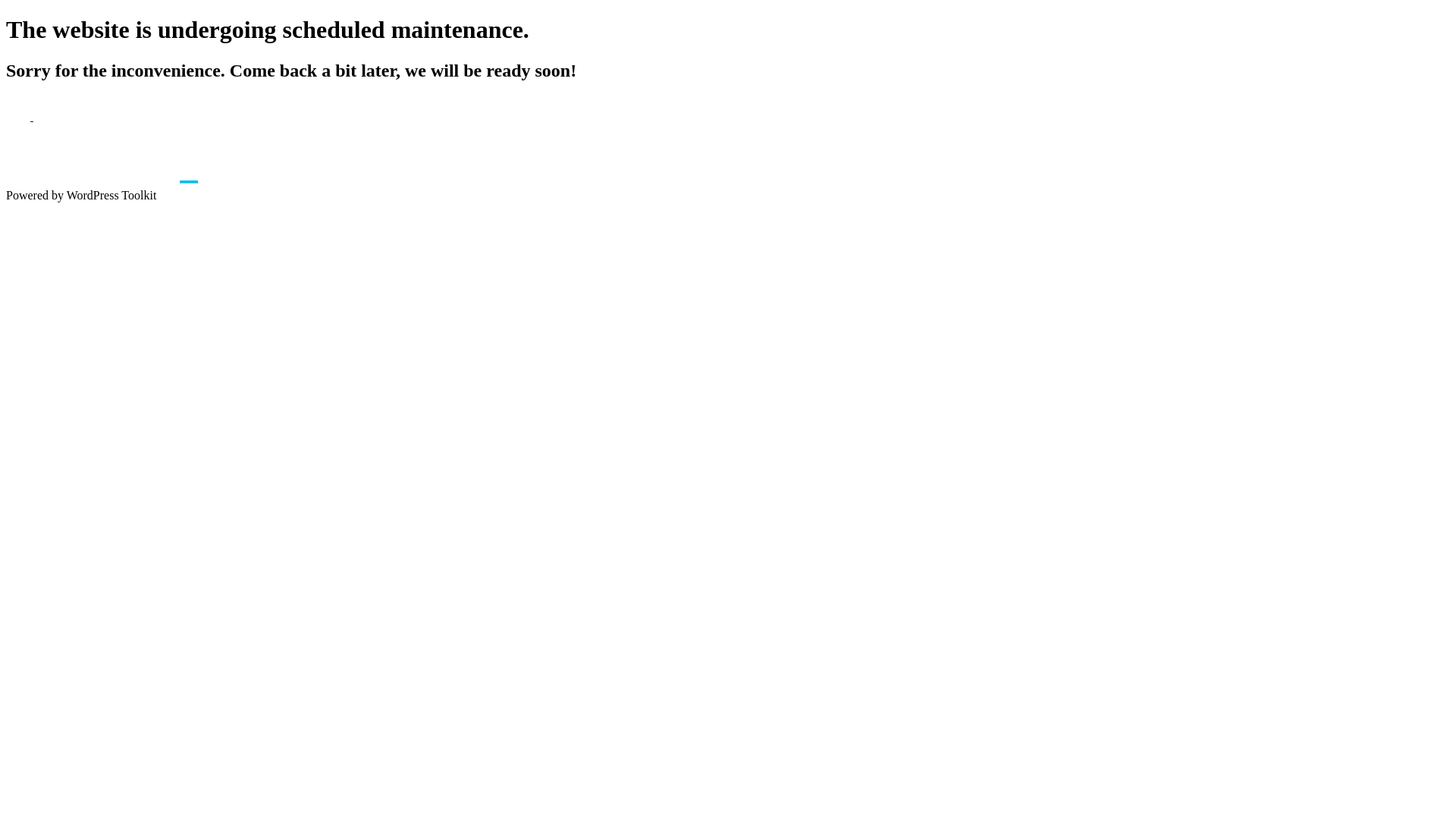 This screenshot has height=819, width=1456. I want to click on 'Twitter', so click(33, 115).